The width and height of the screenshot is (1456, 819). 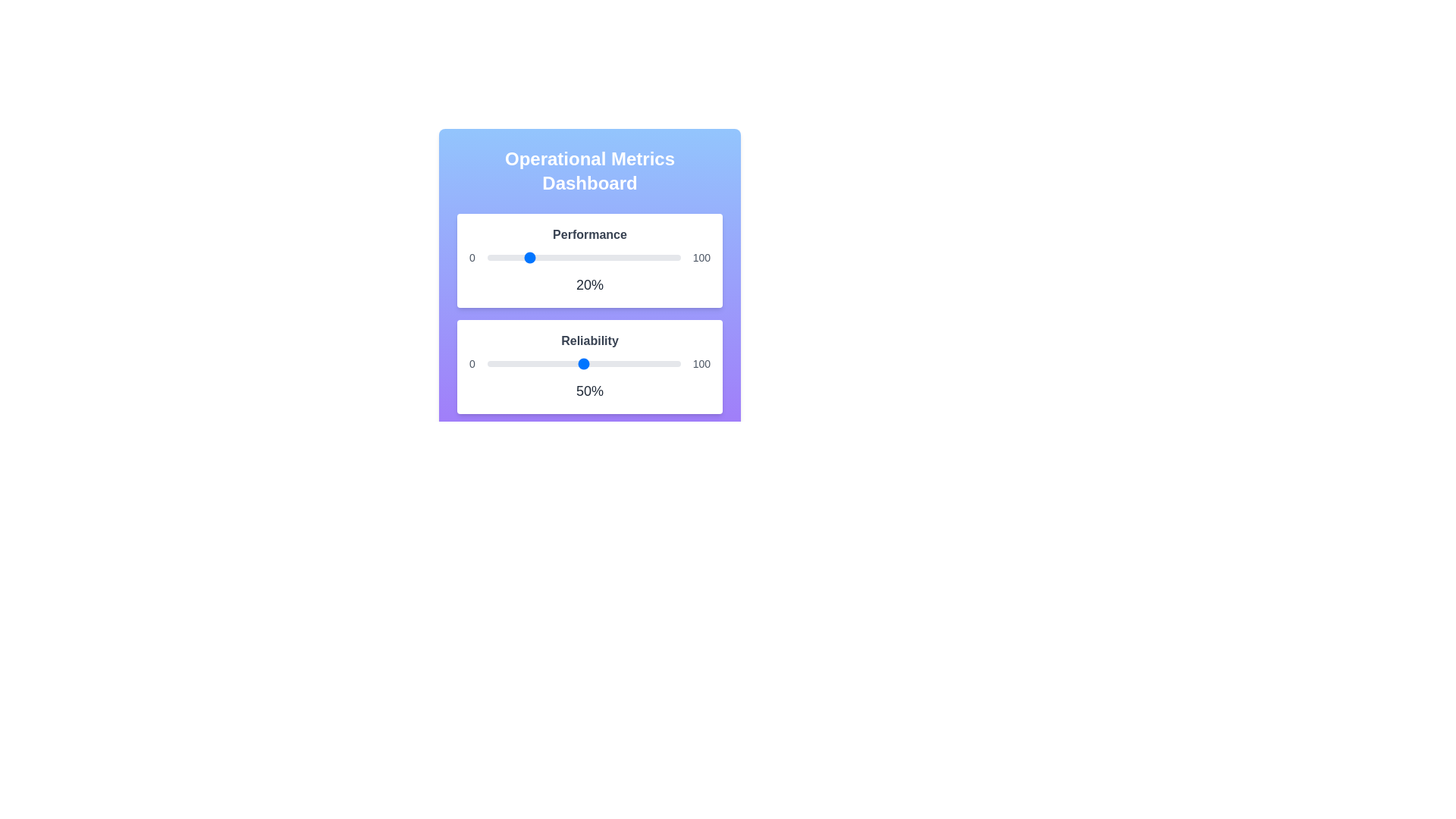 What do you see at coordinates (533, 363) in the screenshot?
I see `the Reliability slider` at bounding box center [533, 363].